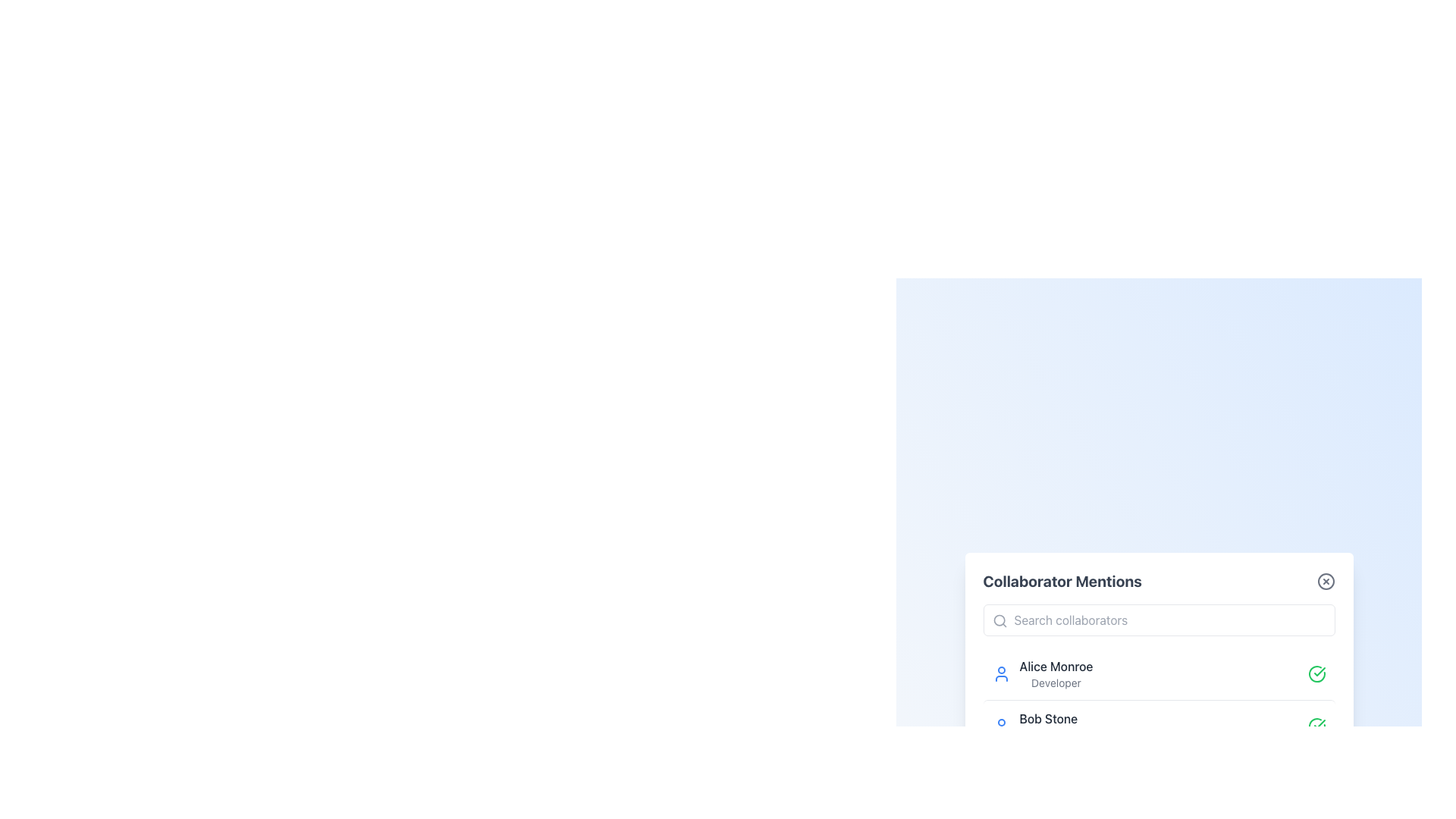  I want to click on the text label representing the user 'Bob Stone' in the collaborator list, which is located in the lower section of the 'Collaborator Mentions' area, directly below 'Alice Monroe', so click(1047, 718).